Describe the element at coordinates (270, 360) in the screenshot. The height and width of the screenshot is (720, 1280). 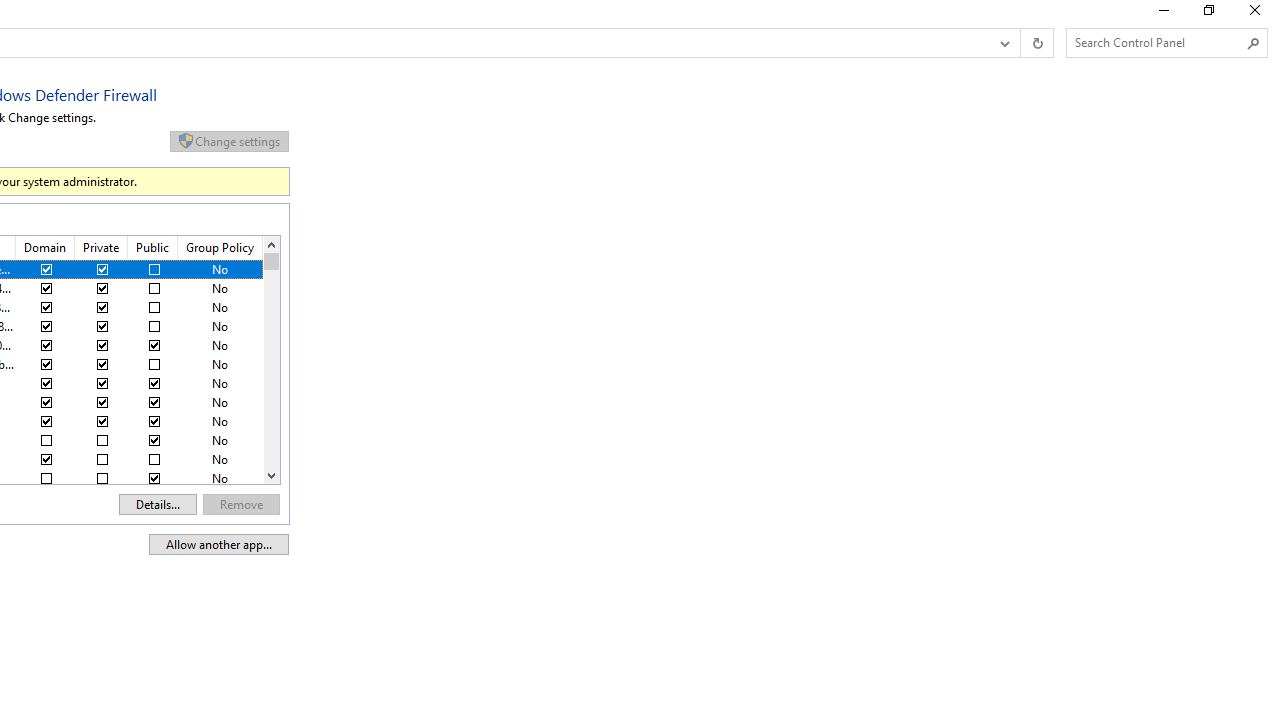
I see `'Vertical'` at that location.